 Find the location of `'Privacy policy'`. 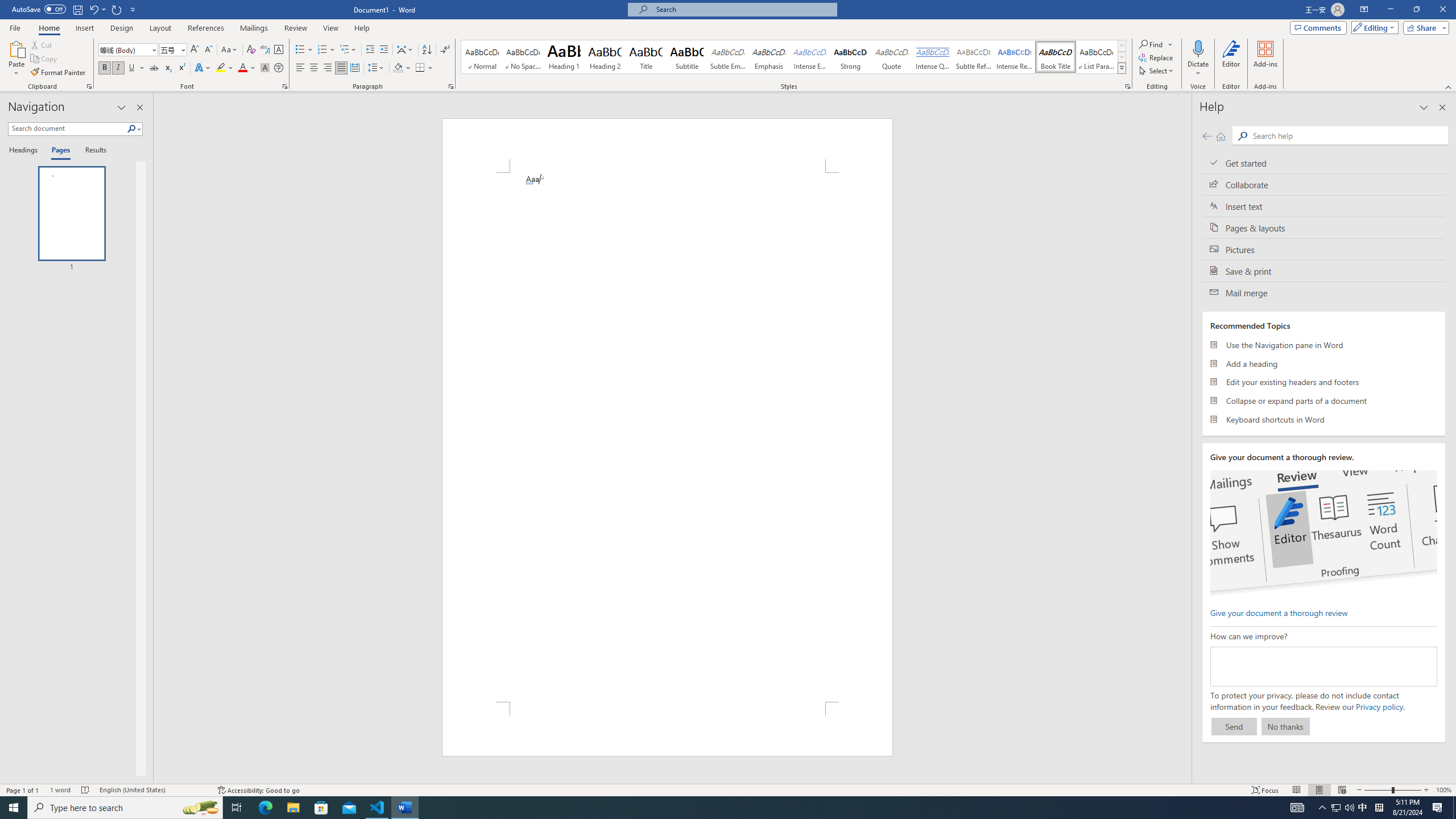

'Privacy policy' is located at coordinates (1379, 706).